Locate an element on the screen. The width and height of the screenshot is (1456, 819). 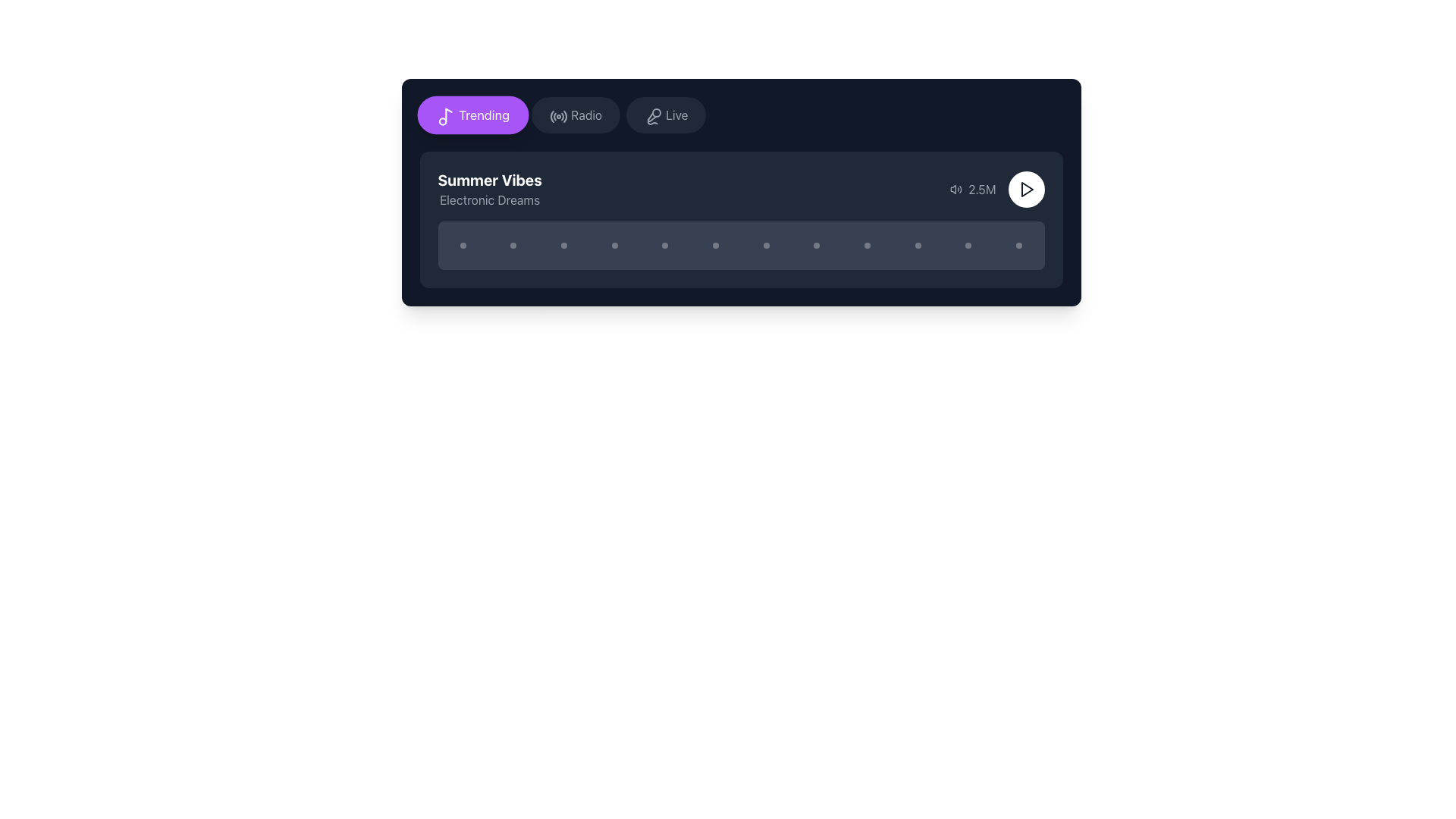
the 'Radio' button, which is the middle option among three buttons labeled 'Trending', 'Radio', and 'Live', featuring a dark background and light-colored text is located at coordinates (585, 114).